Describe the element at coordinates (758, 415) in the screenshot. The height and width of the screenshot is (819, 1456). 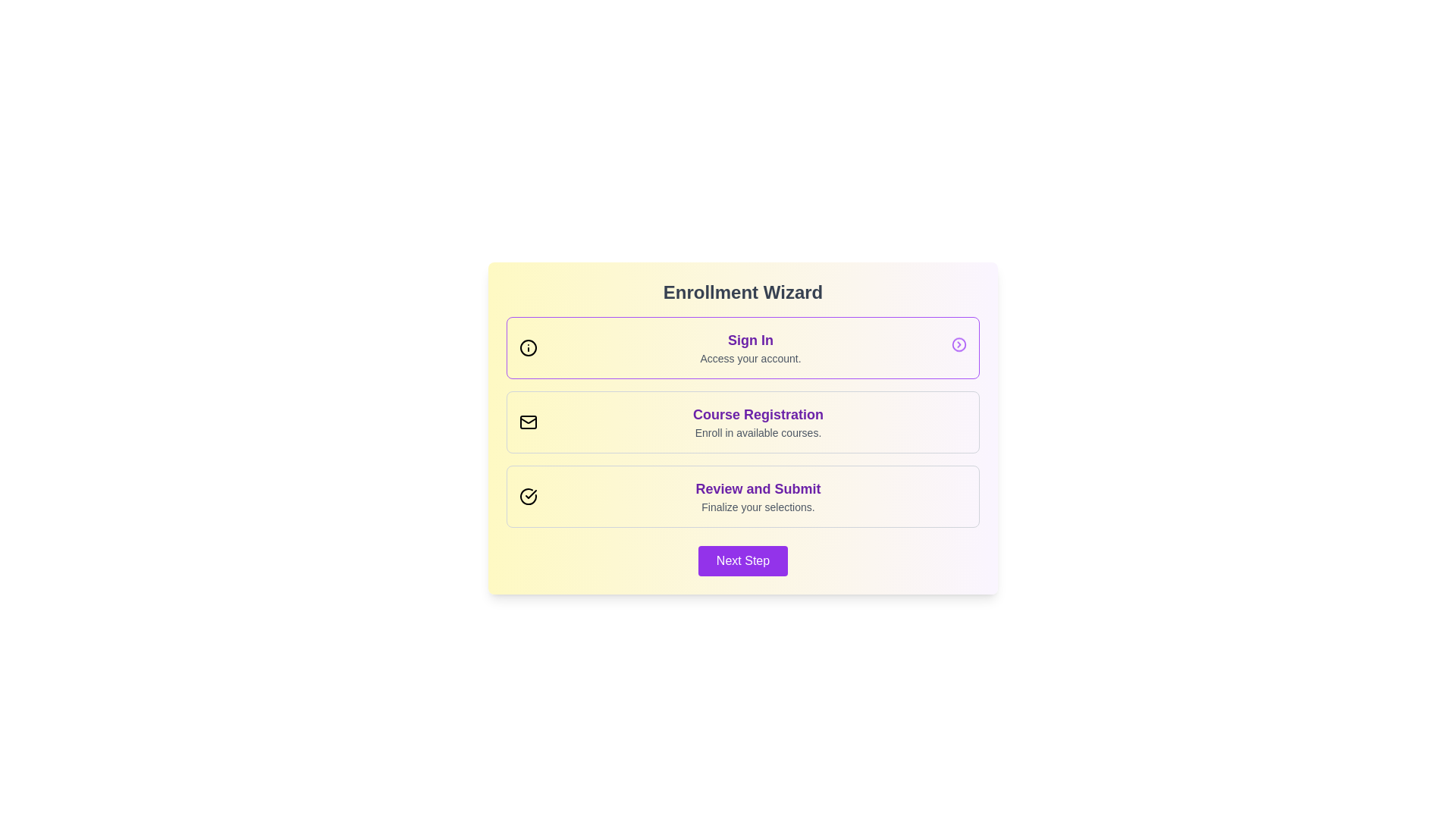
I see `the text label that serves as a header for the middle section of the enrollment process, indicating course registration` at that location.